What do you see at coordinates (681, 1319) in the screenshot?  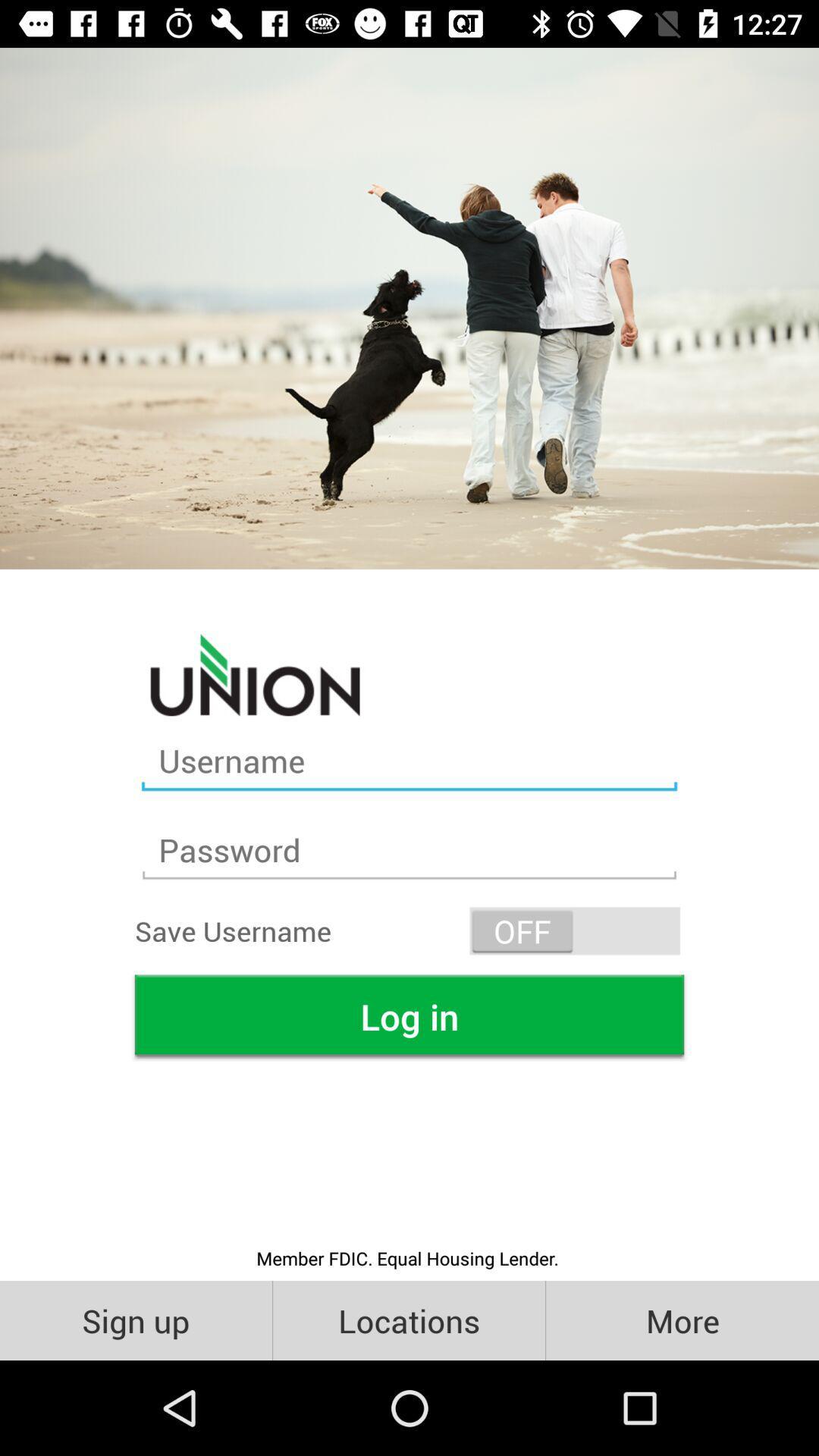 I see `the more item` at bounding box center [681, 1319].